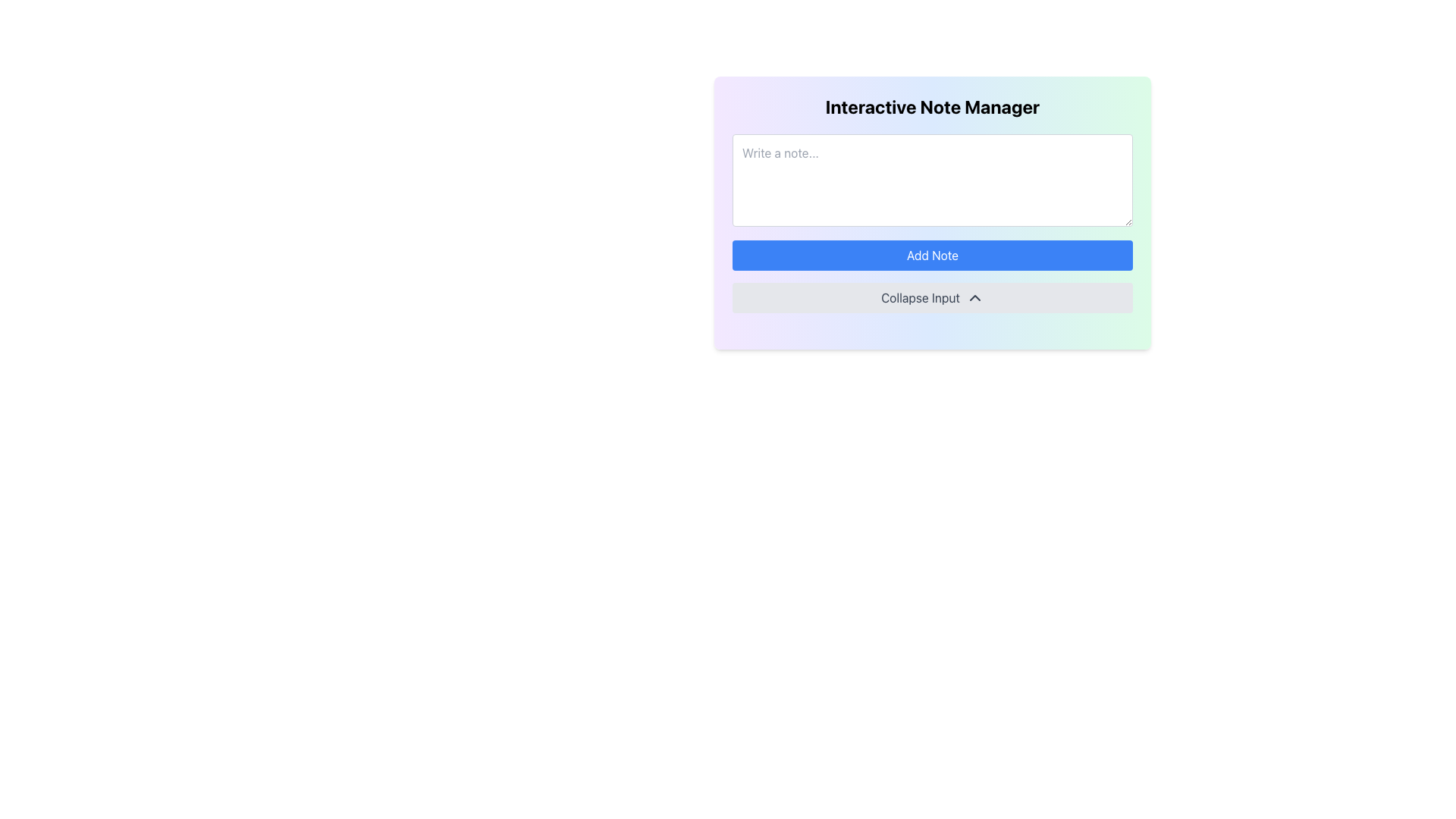 The width and height of the screenshot is (1456, 819). Describe the element at coordinates (974, 298) in the screenshot. I see `the Chevron-up indicator icon that toggles the visibility of the related input area within the 'Collapse Input' button` at that location.